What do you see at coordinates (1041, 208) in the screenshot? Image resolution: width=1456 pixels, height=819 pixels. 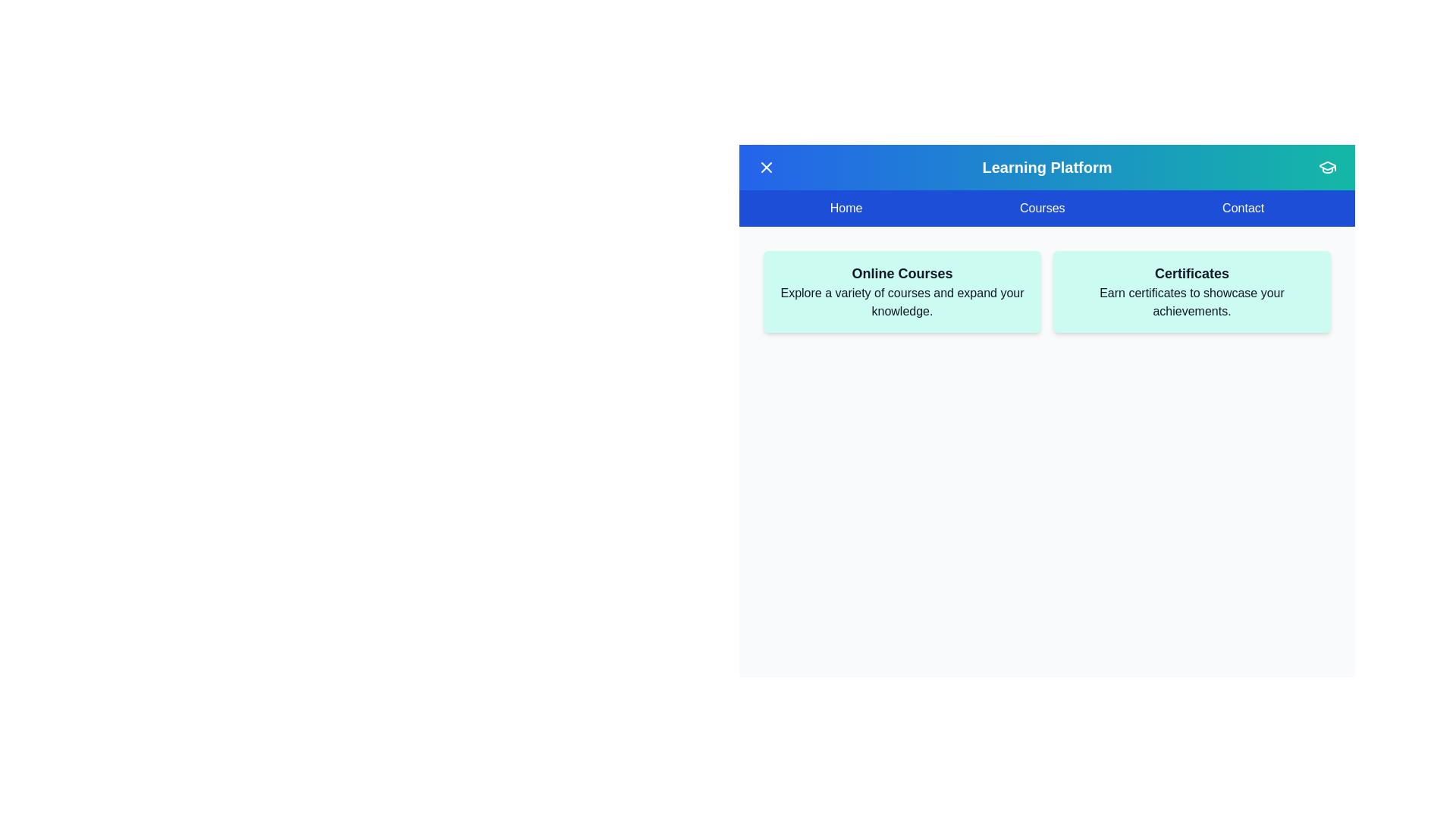 I see `the menu item Courses to observe the hover effect` at bounding box center [1041, 208].